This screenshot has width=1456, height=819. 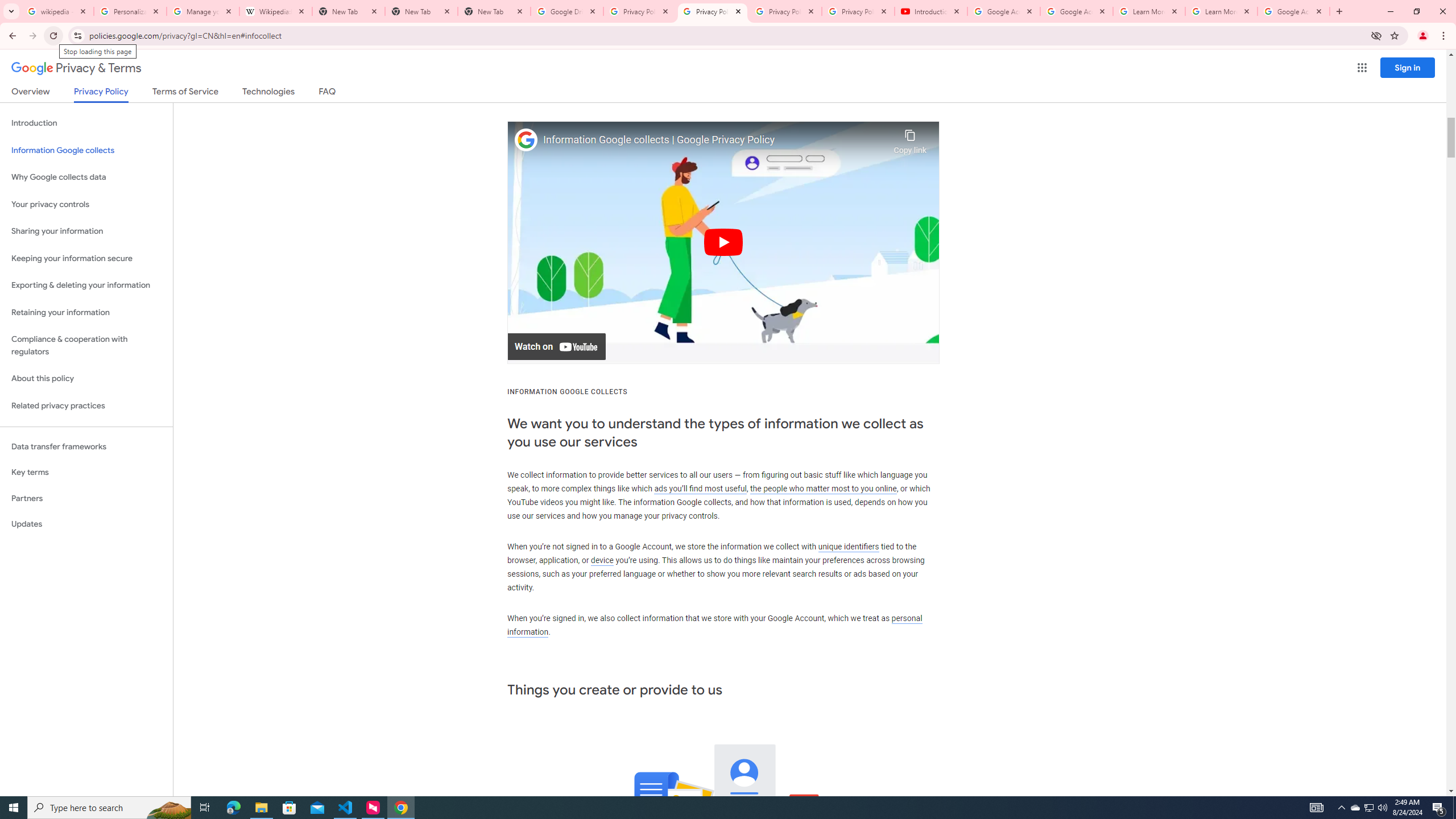 I want to click on 'Compliance & cooperation with regulators', so click(x=86, y=346).